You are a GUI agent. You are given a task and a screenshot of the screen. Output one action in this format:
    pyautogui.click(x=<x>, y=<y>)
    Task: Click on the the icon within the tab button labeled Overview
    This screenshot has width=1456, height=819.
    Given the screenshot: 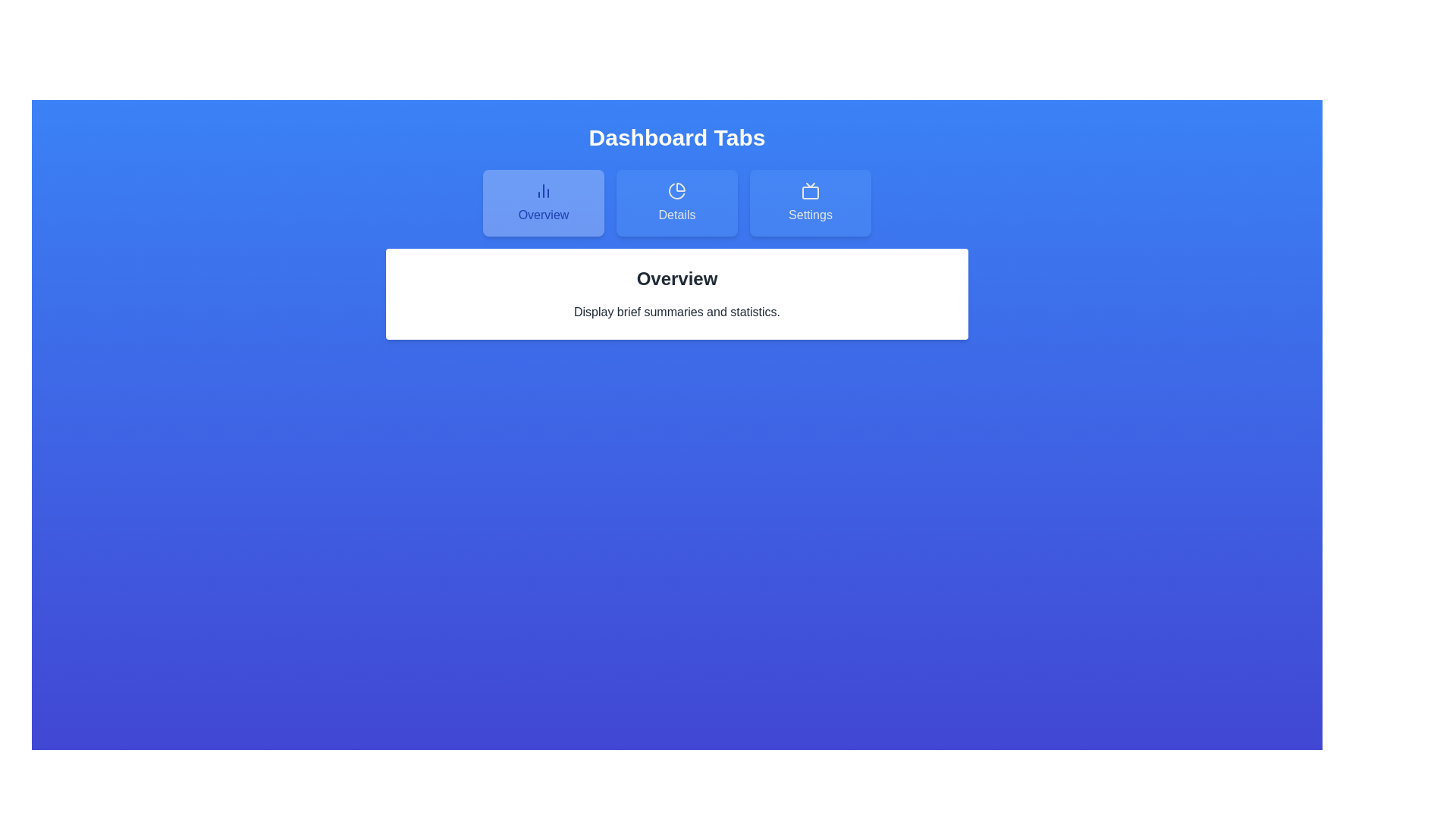 What is the action you would take?
    pyautogui.click(x=543, y=190)
    